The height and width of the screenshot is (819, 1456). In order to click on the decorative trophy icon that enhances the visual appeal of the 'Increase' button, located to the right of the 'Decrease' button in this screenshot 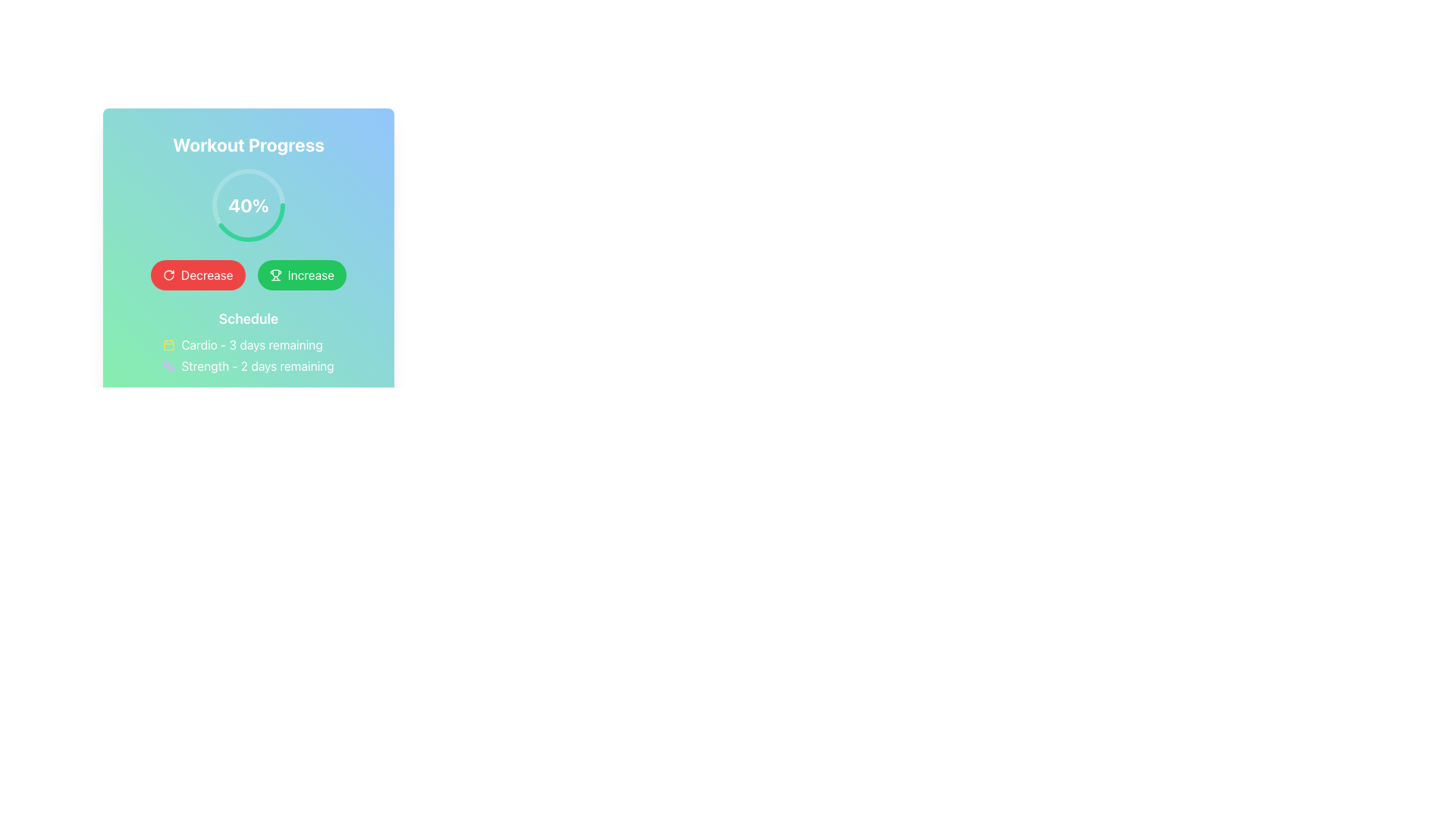, I will do `click(275, 275)`.